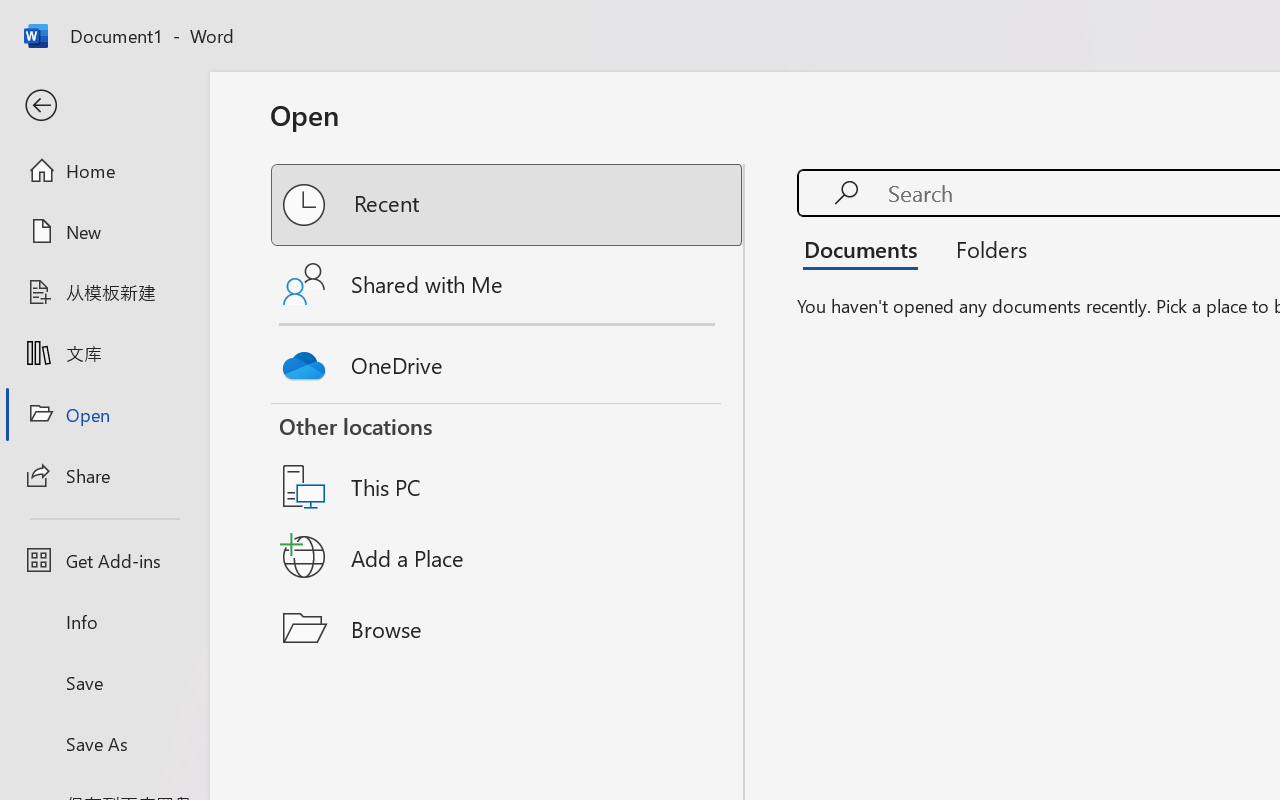 This screenshot has height=800, width=1280. Describe the element at coordinates (508, 284) in the screenshot. I see `'Shared with Me'` at that location.